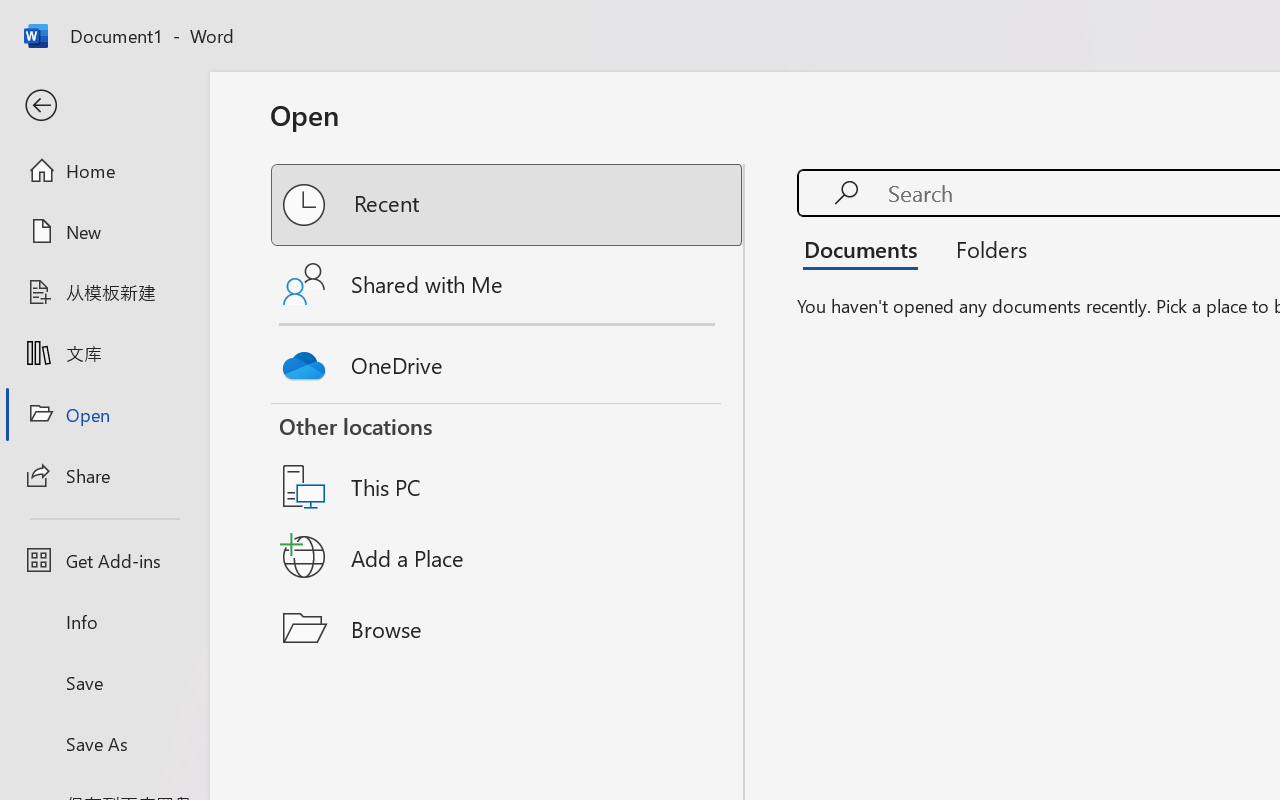 This screenshot has height=800, width=1280. Describe the element at coordinates (508, 284) in the screenshot. I see `'Shared with Me'` at that location.